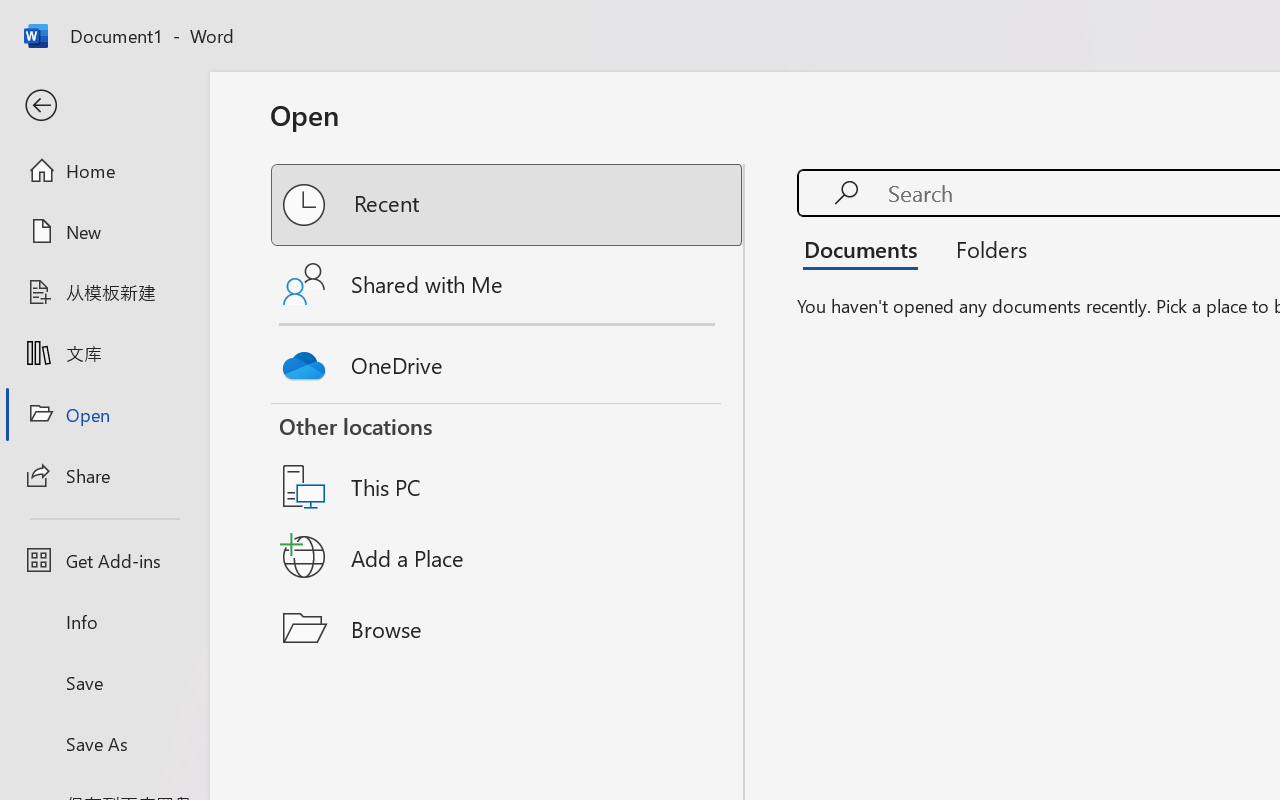 This screenshot has height=800, width=1280. Describe the element at coordinates (508, 284) in the screenshot. I see `'Shared with Me'` at that location.